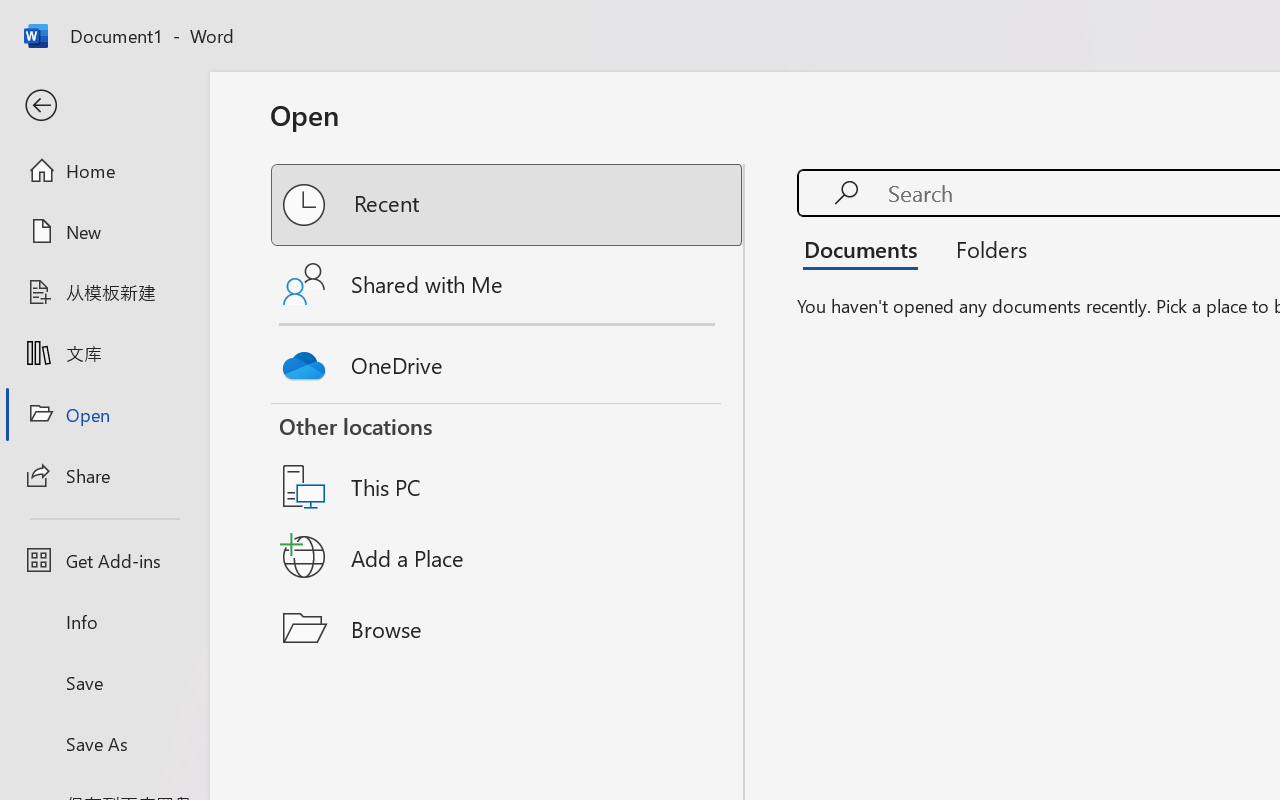 This screenshot has height=800, width=1280. Describe the element at coordinates (508, 284) in the screenshot. I see `'Shared with Me'` at that location.